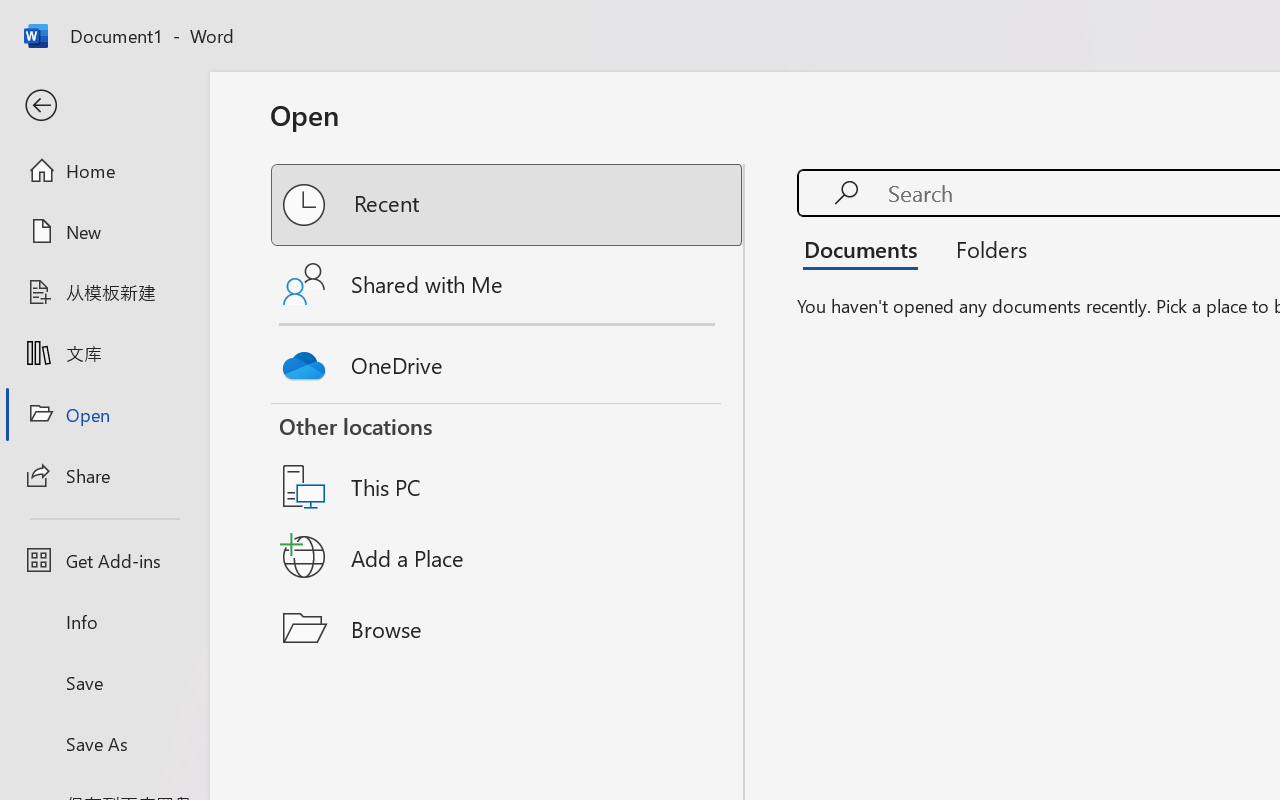 This screenshot has height=800, width=1280. Describe the element at coordinates (508, 284) in the screenshot. I see `'Shared with Me'` at that location.